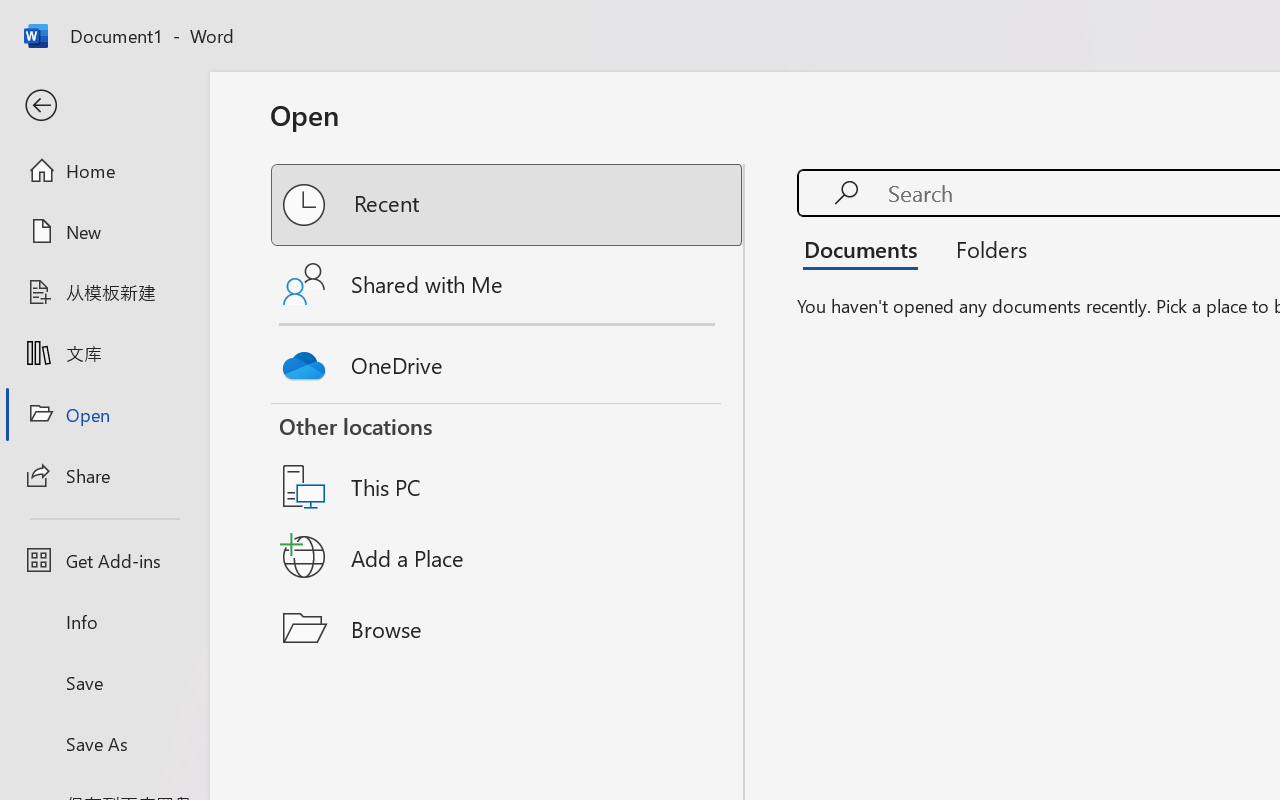 This screenshot has height=800, width=1280. Describe the element at coordinates (508, 284) in the screenshot. I see `'Shared with Me'` at that location.